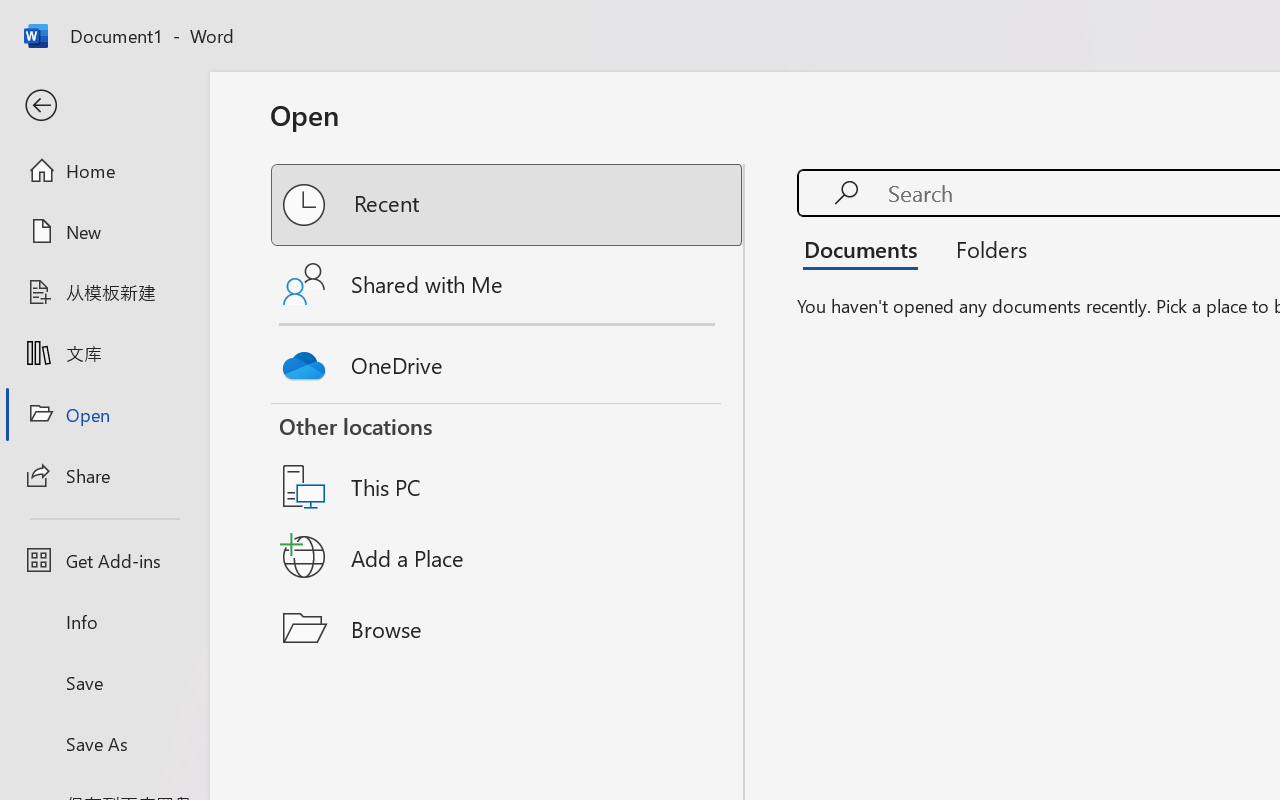 This screenshot has height=800, width=1280. Describe the element at coordinates (508, 284) in the screenshot. I see `'Shared with Me'` at that location.